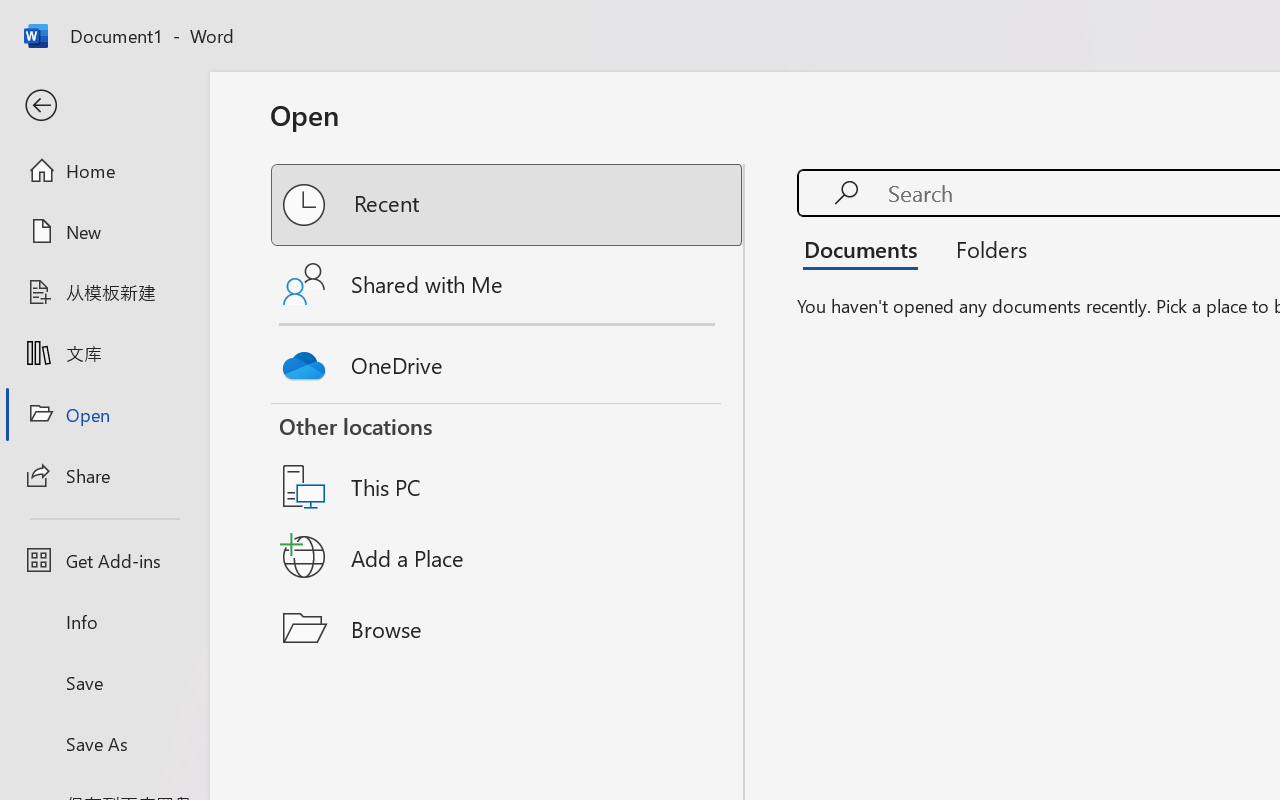 This screenshot has height=800, width=1280. Describe the element at coordinates (508, 284) in the screenshot. I see `'Shared with Me'` at that location.